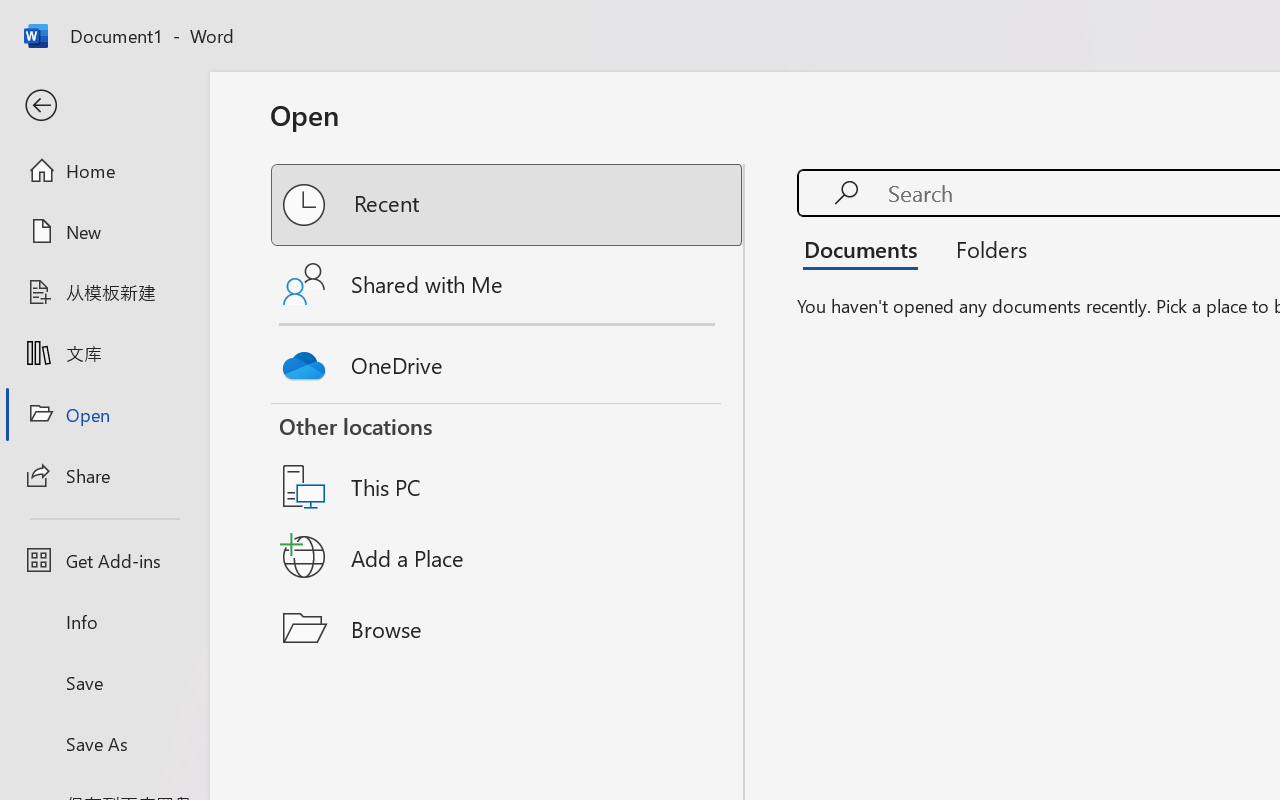 This screenshot has height=800, width=1280. Describe the element at coordinates (508, 284) in the screenshot. I see `'Shared with Me'` at that location.